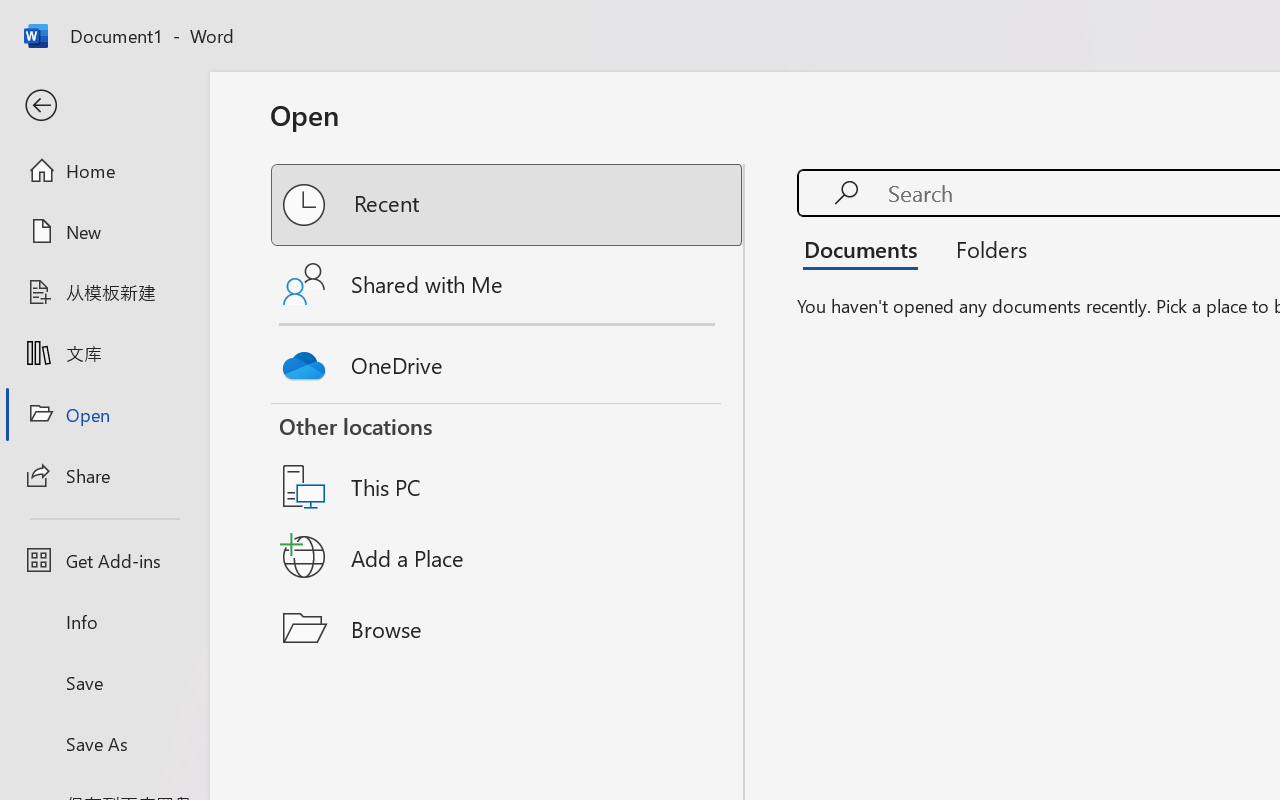 This screenshot has height=800, width=1280. Describe the element at coordinates (508, 284) in the screenshot. I see `'Shared with Me'` at that location.